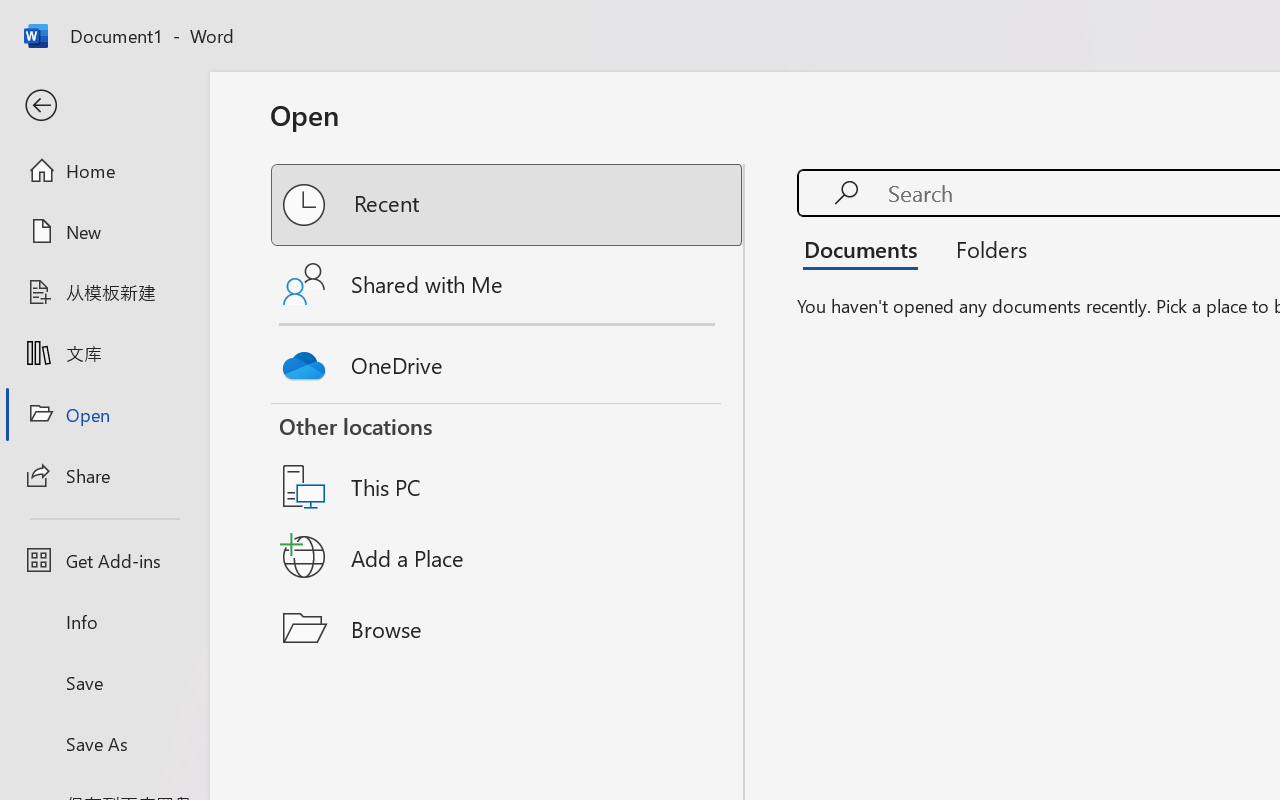 This screenshot has height=800, width=1280. Describe the element at coordinates (508, 284) in the screenshot. I see `'Shared with Me'` at that location.